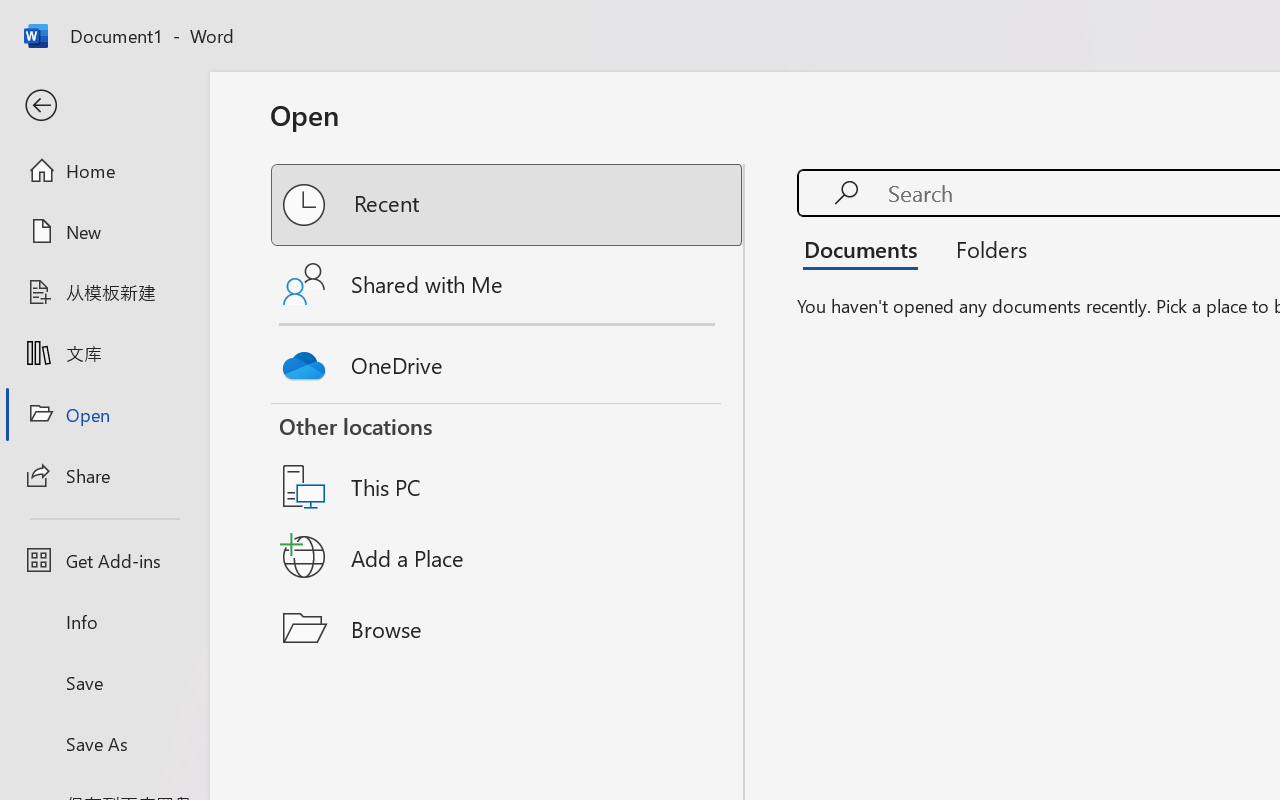 This screenshot has height=800, width=1280. Describe the element at coordinates (508, 284) in the screenshot. I see `'Shared with Me'` at that location.